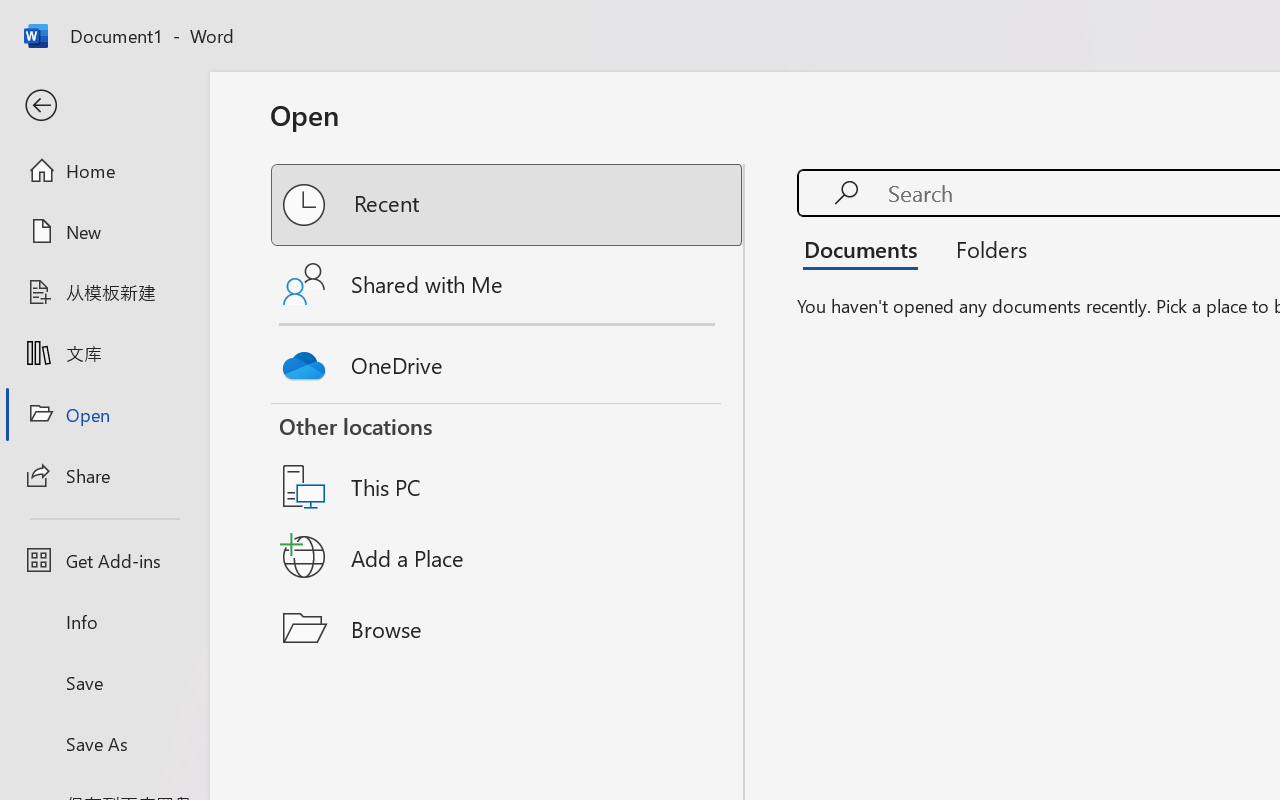 This screenshot has height=800, width=1280. Describe the element at coordinates (508, 284) in the screenshot. I see `'Shared with Me'` at that location.